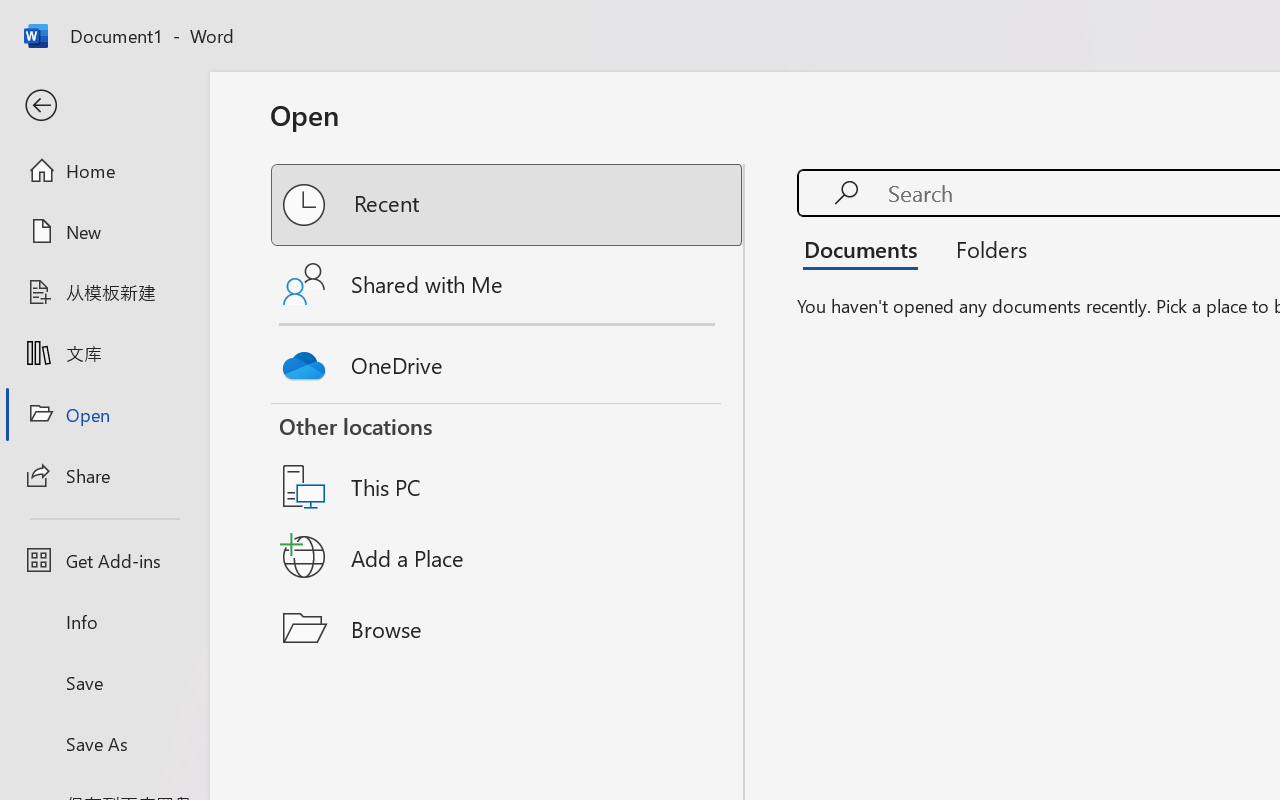 This screenshot has height=800, width=1280. Describe the element at coordinates (508, 284) in the screenshot. I see `'Shared with Me'` at that location.